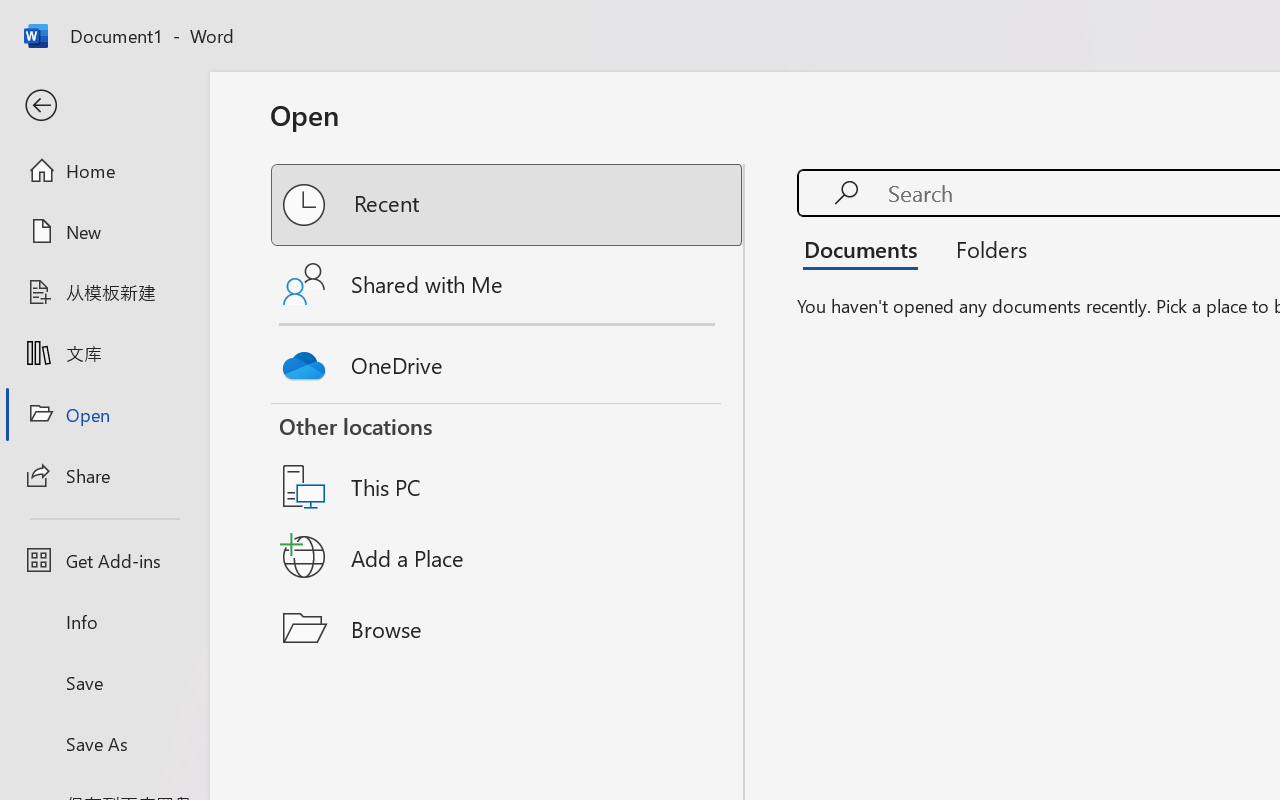 This screenshot has height=800, width=1280. Describe the element at coordinates (508, 284) in the screenshot. I see `'Shared with Me'` at that location.